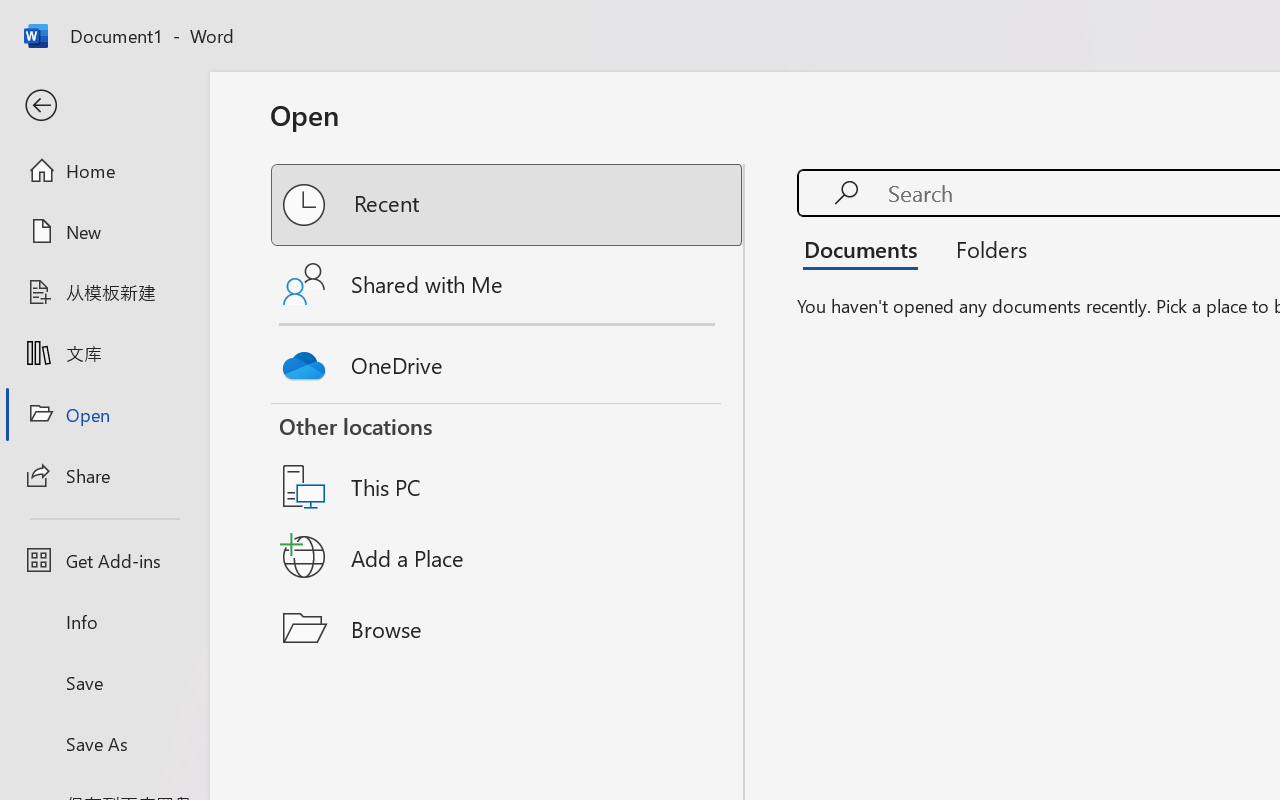 This screenshot has height=800, width=1280. Describe the element at coordinates (508, 284) in the screenshot. I see `'Shared with Me'` at that location.